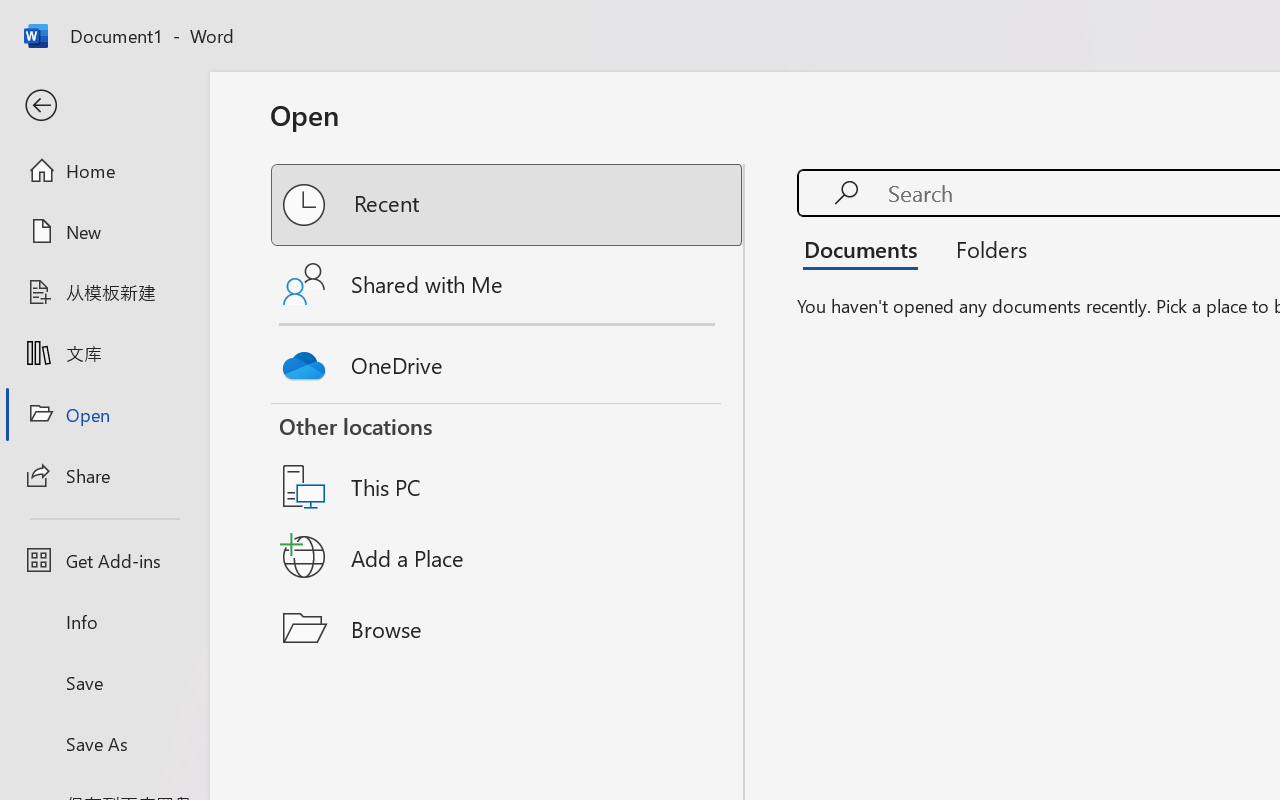 This screenshot has height=800, width=1280. Describe the element at coordinates (508, 284) in the screenshot. I see `'Shared with Me'` at that location.